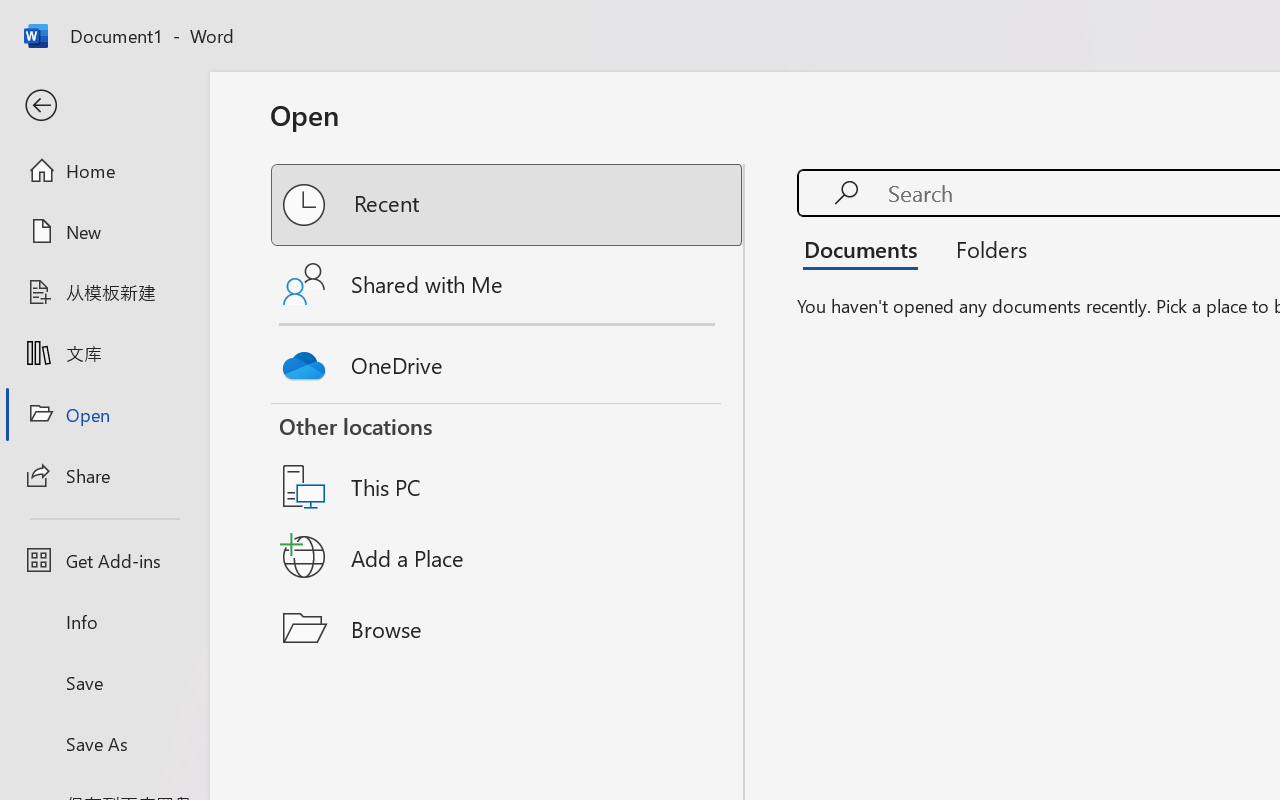 This screenshot has height=800, width=1280. Describe the element at coordinates (508, 284) in the screenshot. I see `'Shared with Me'` at that location.